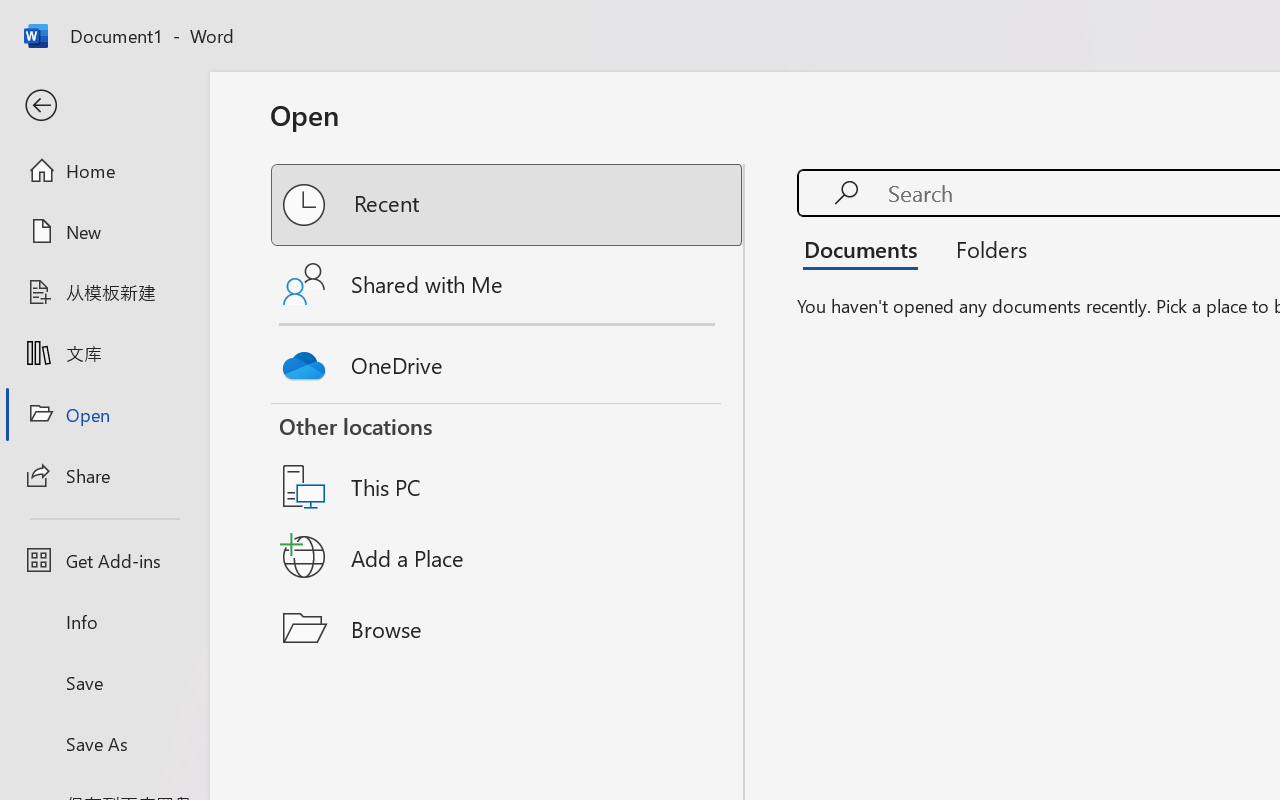 This screenshot has height=800, width=1280. Describe the element at coordinates (508, 284) in the screenshot. I see `'Shared with Me'` at that location.